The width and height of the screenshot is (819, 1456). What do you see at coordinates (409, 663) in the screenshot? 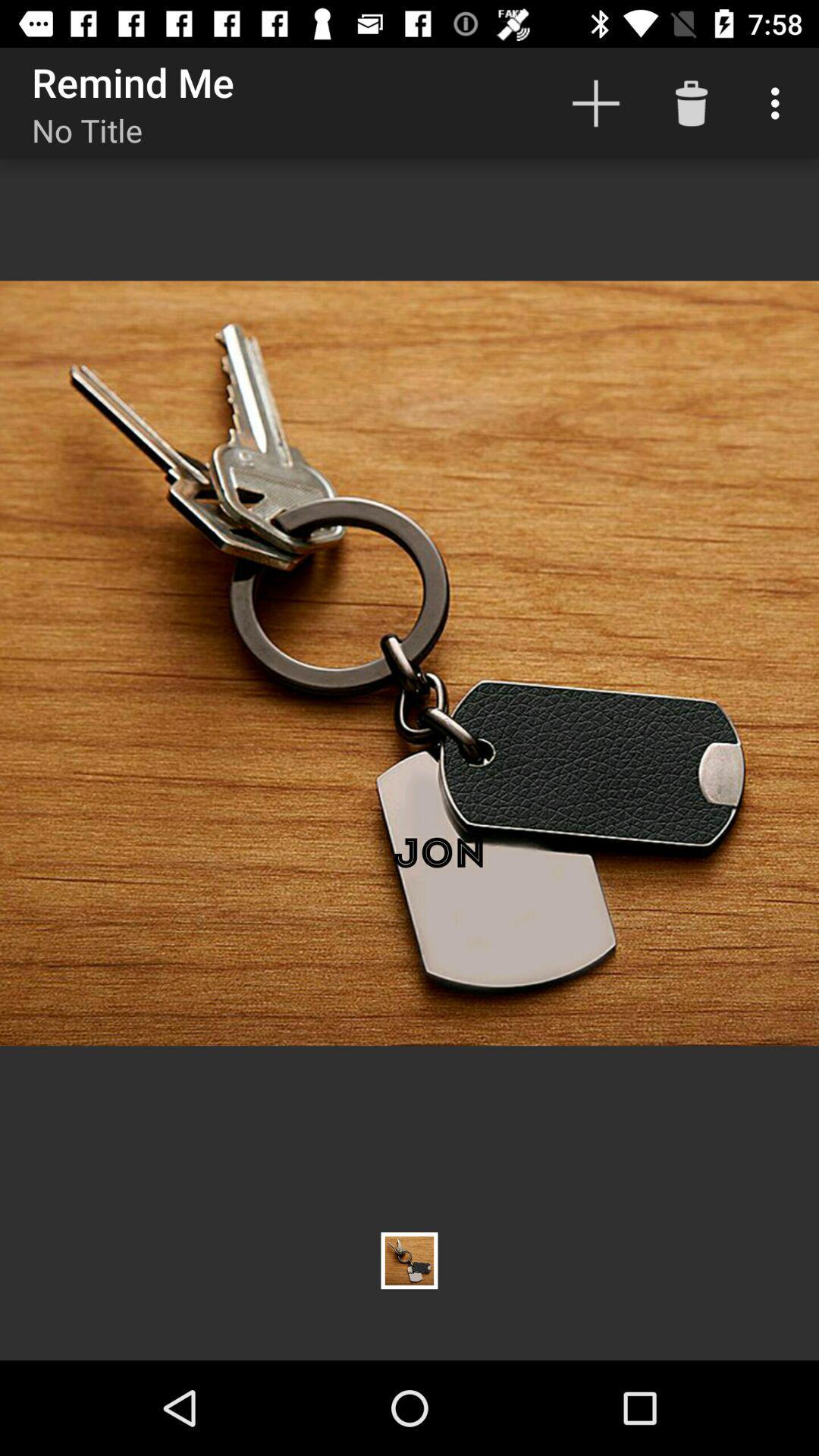
I see `the icon below the no title icon` at bounding box center [409, 663].